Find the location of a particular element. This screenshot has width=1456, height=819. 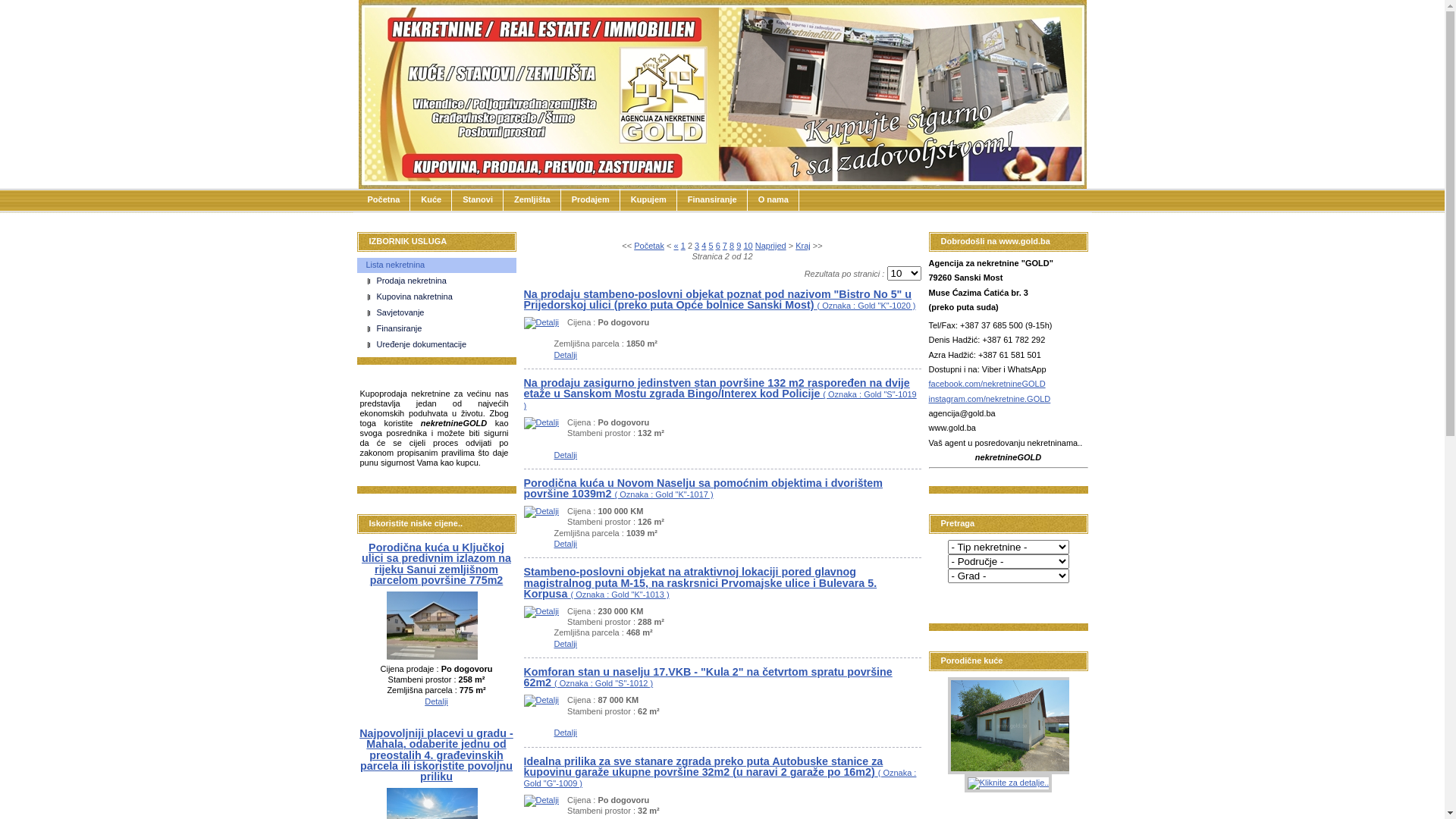

'Detalji' is located at coordinates (552, 543).